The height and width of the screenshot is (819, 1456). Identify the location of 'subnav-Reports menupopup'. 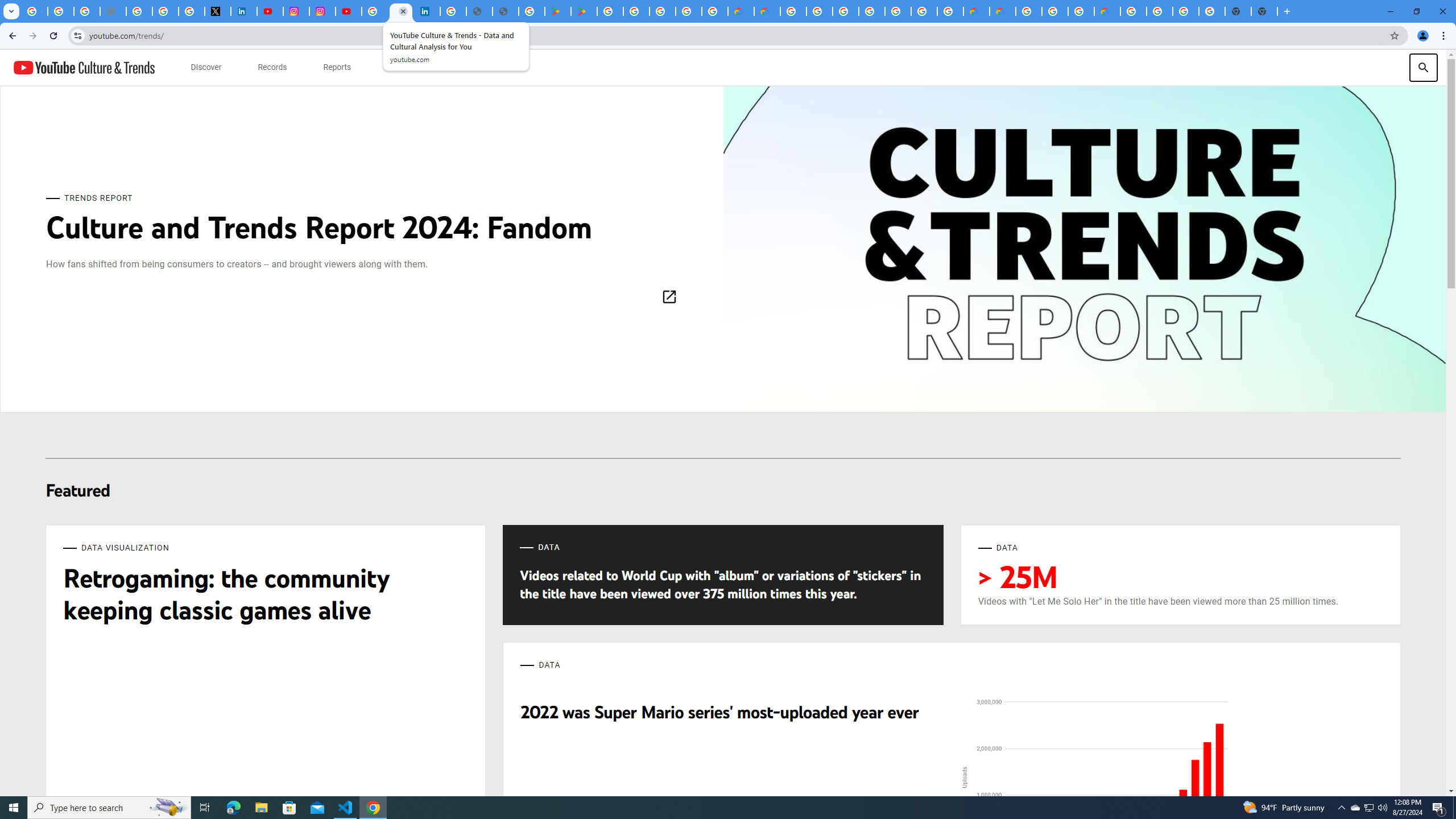
(336, 67).